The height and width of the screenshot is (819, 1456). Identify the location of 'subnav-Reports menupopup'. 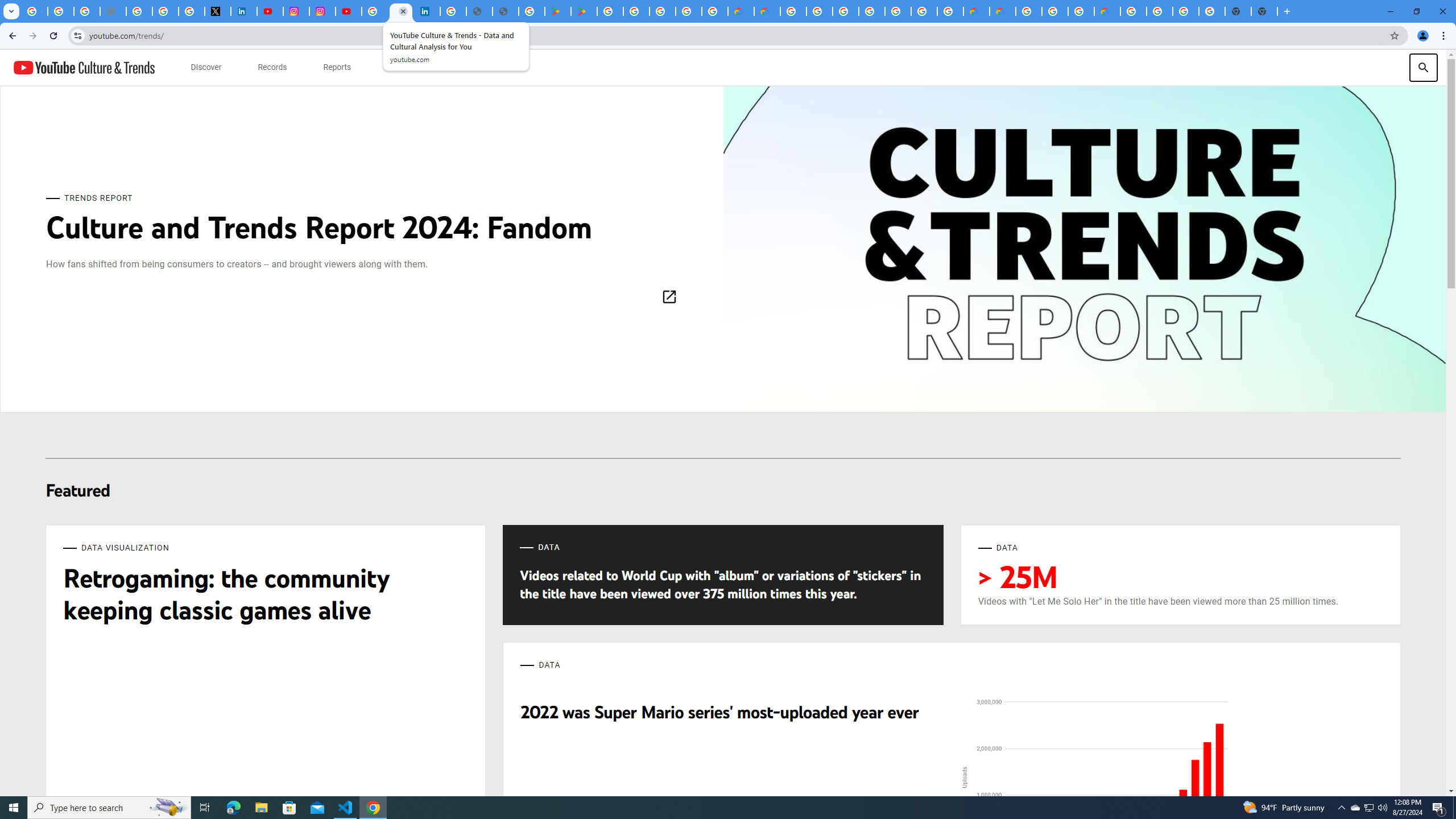
(336, 67).